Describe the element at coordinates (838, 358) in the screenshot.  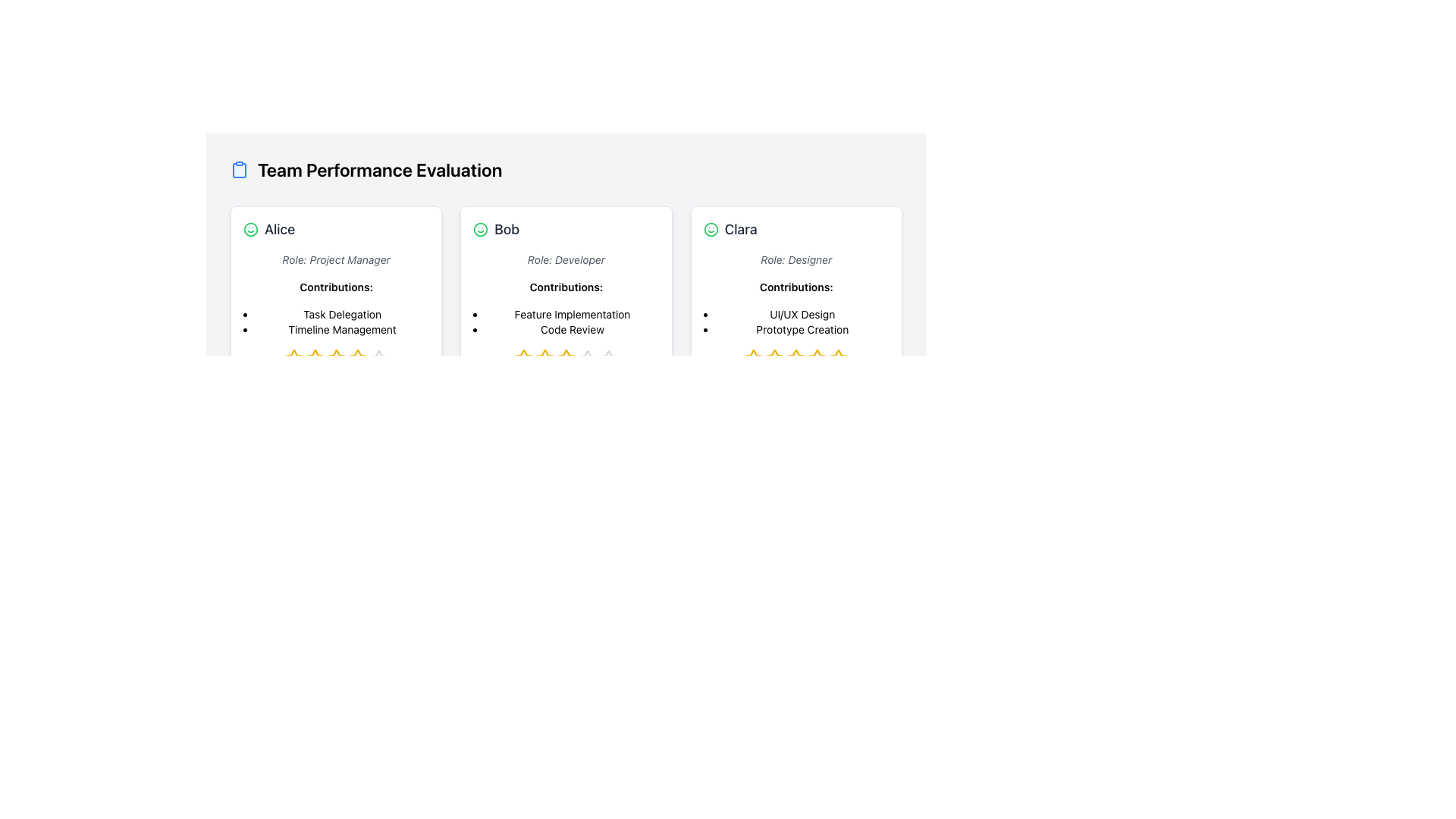
I see `from the fifth golden-yellow star icon in the star rating row beneath the 'Clara - Designer' card` at that location.